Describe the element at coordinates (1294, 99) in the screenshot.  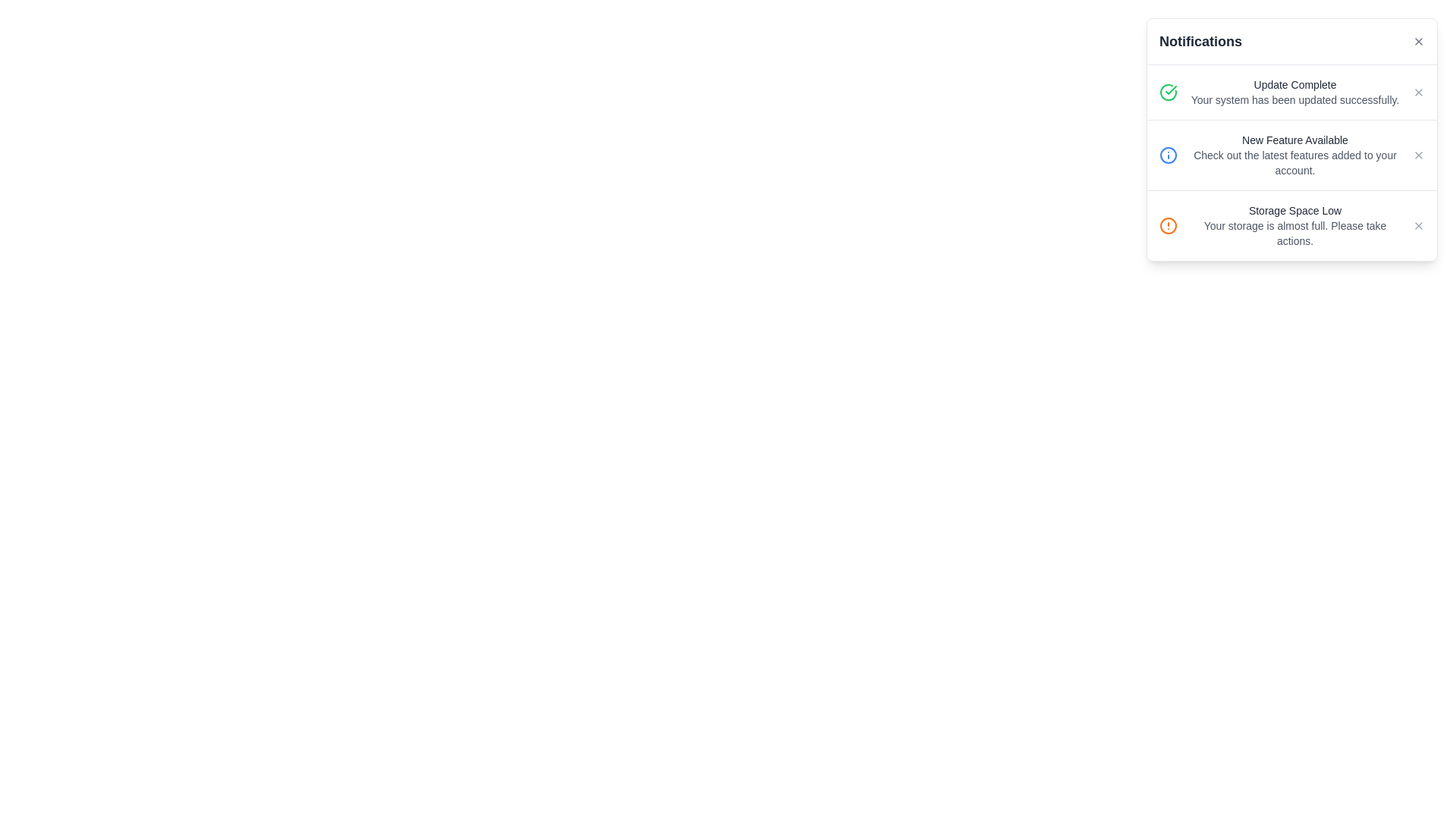
I see `message 'Your system has been updated successfully' located in the Notifications section below the subheading 'Update Complete'` at that location.